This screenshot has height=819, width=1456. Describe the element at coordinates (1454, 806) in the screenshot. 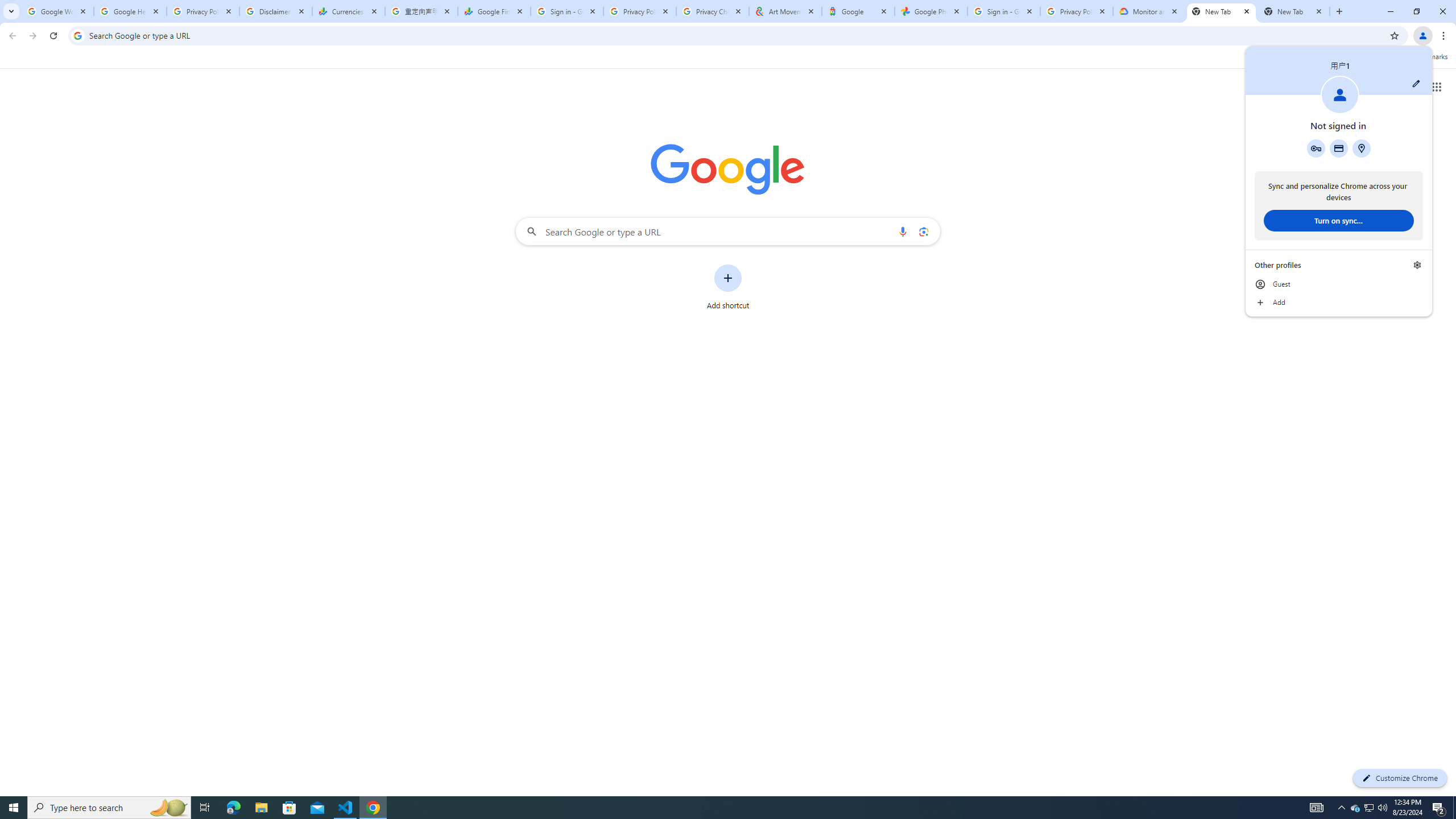

I see `'Show desktop'` at that location.